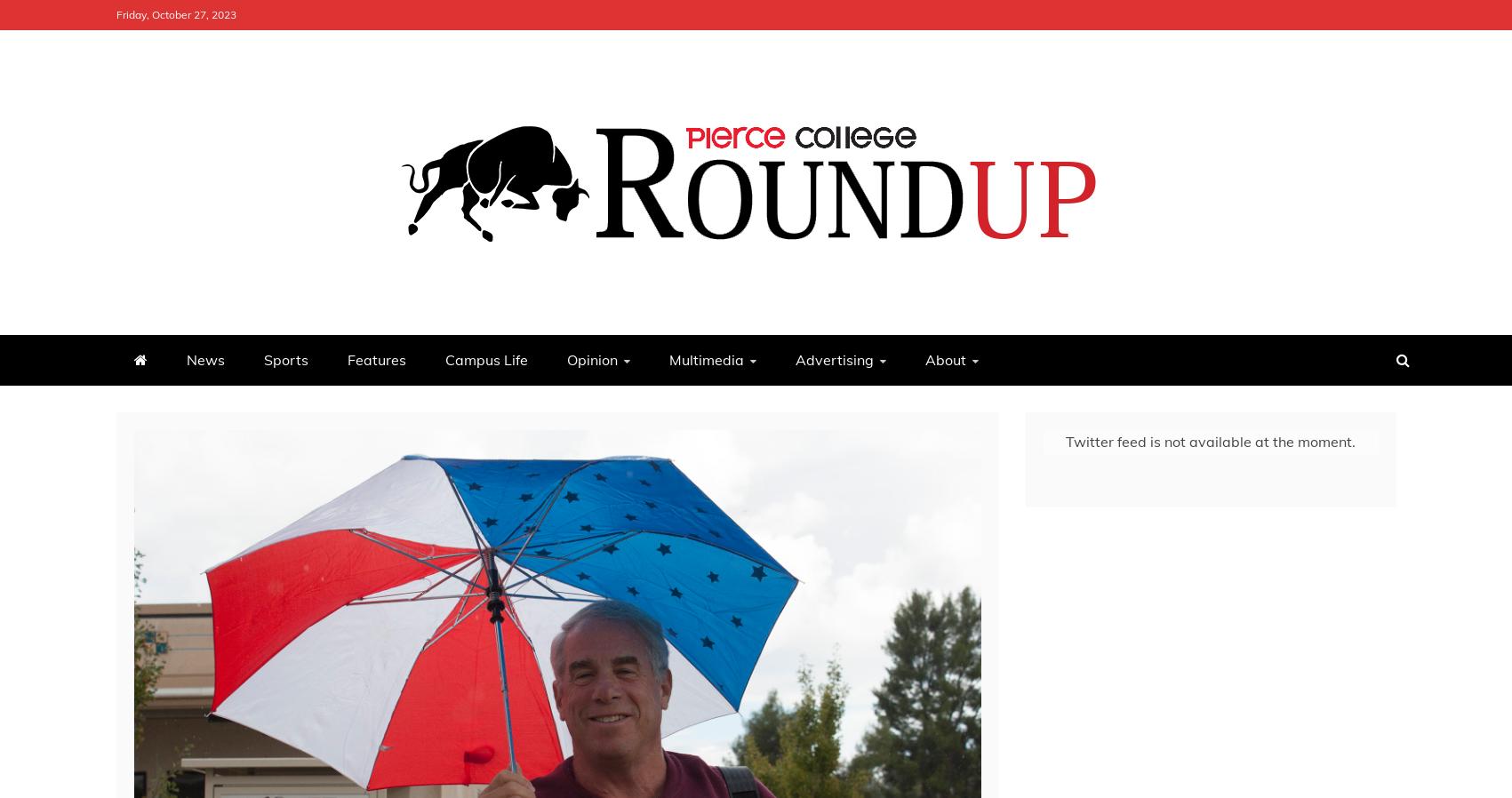  I want to click on 'About', so click(944, 359).